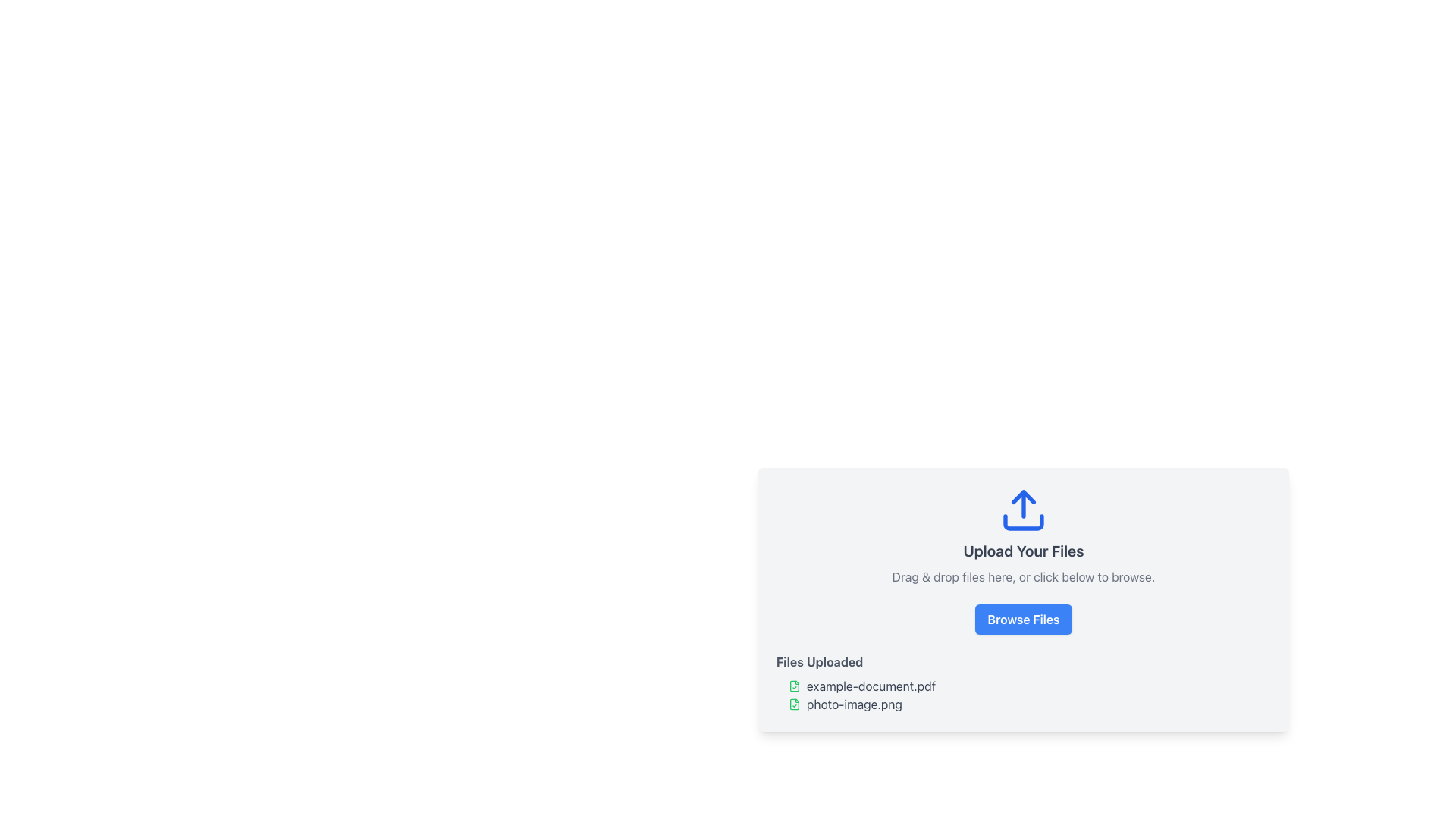 Image resolution: width=1456 pixels, height=819 pixels. Describe the element at coordinates (1023, 510) in the screenshot. I see `the decorative icon that visually reinforces the file upload functionality, located at the top center of the 'Upload Your Files' box` at that location.